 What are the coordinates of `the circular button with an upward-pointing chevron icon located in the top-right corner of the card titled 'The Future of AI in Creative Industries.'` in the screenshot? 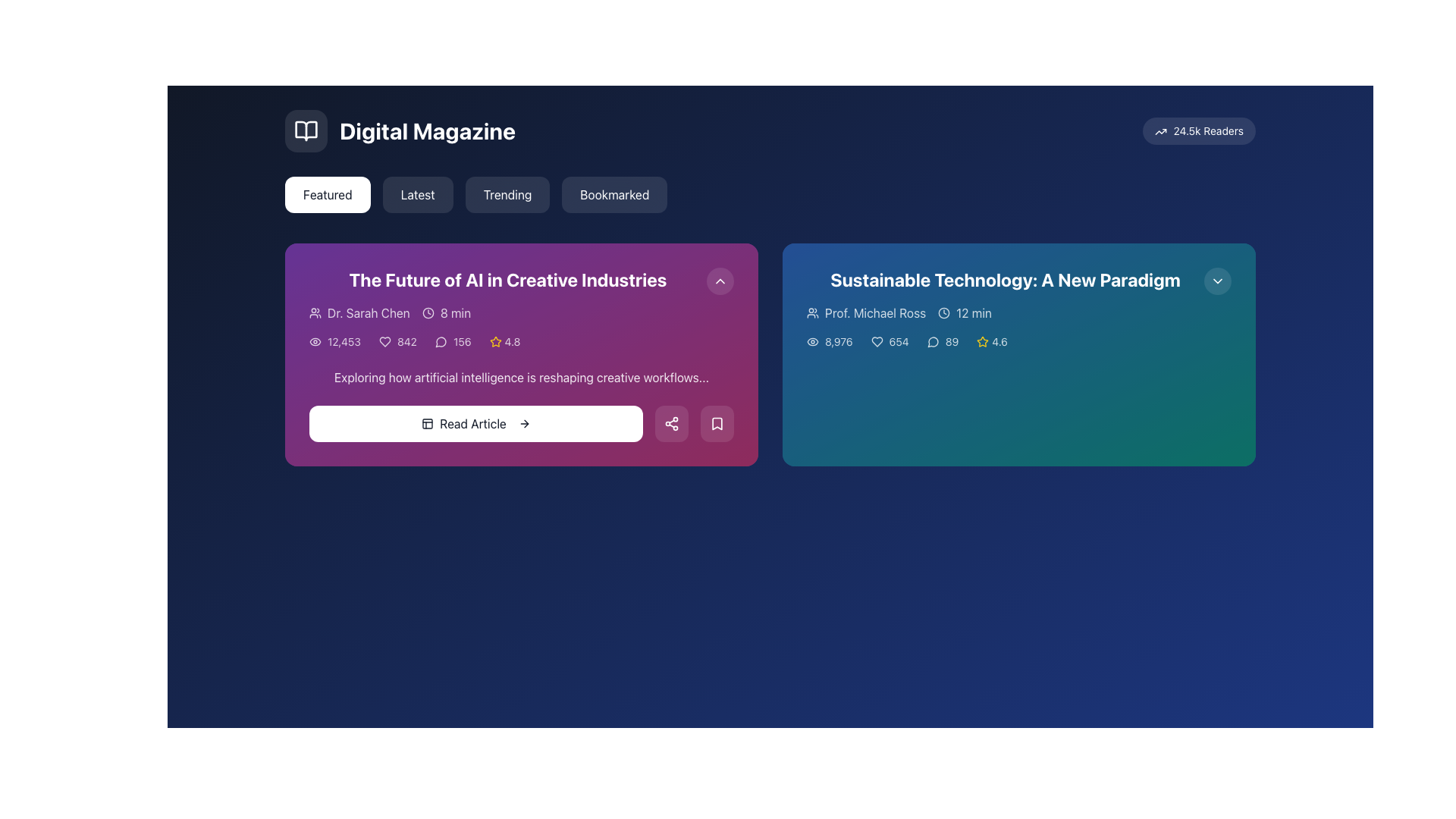 It's located at (720, 281).